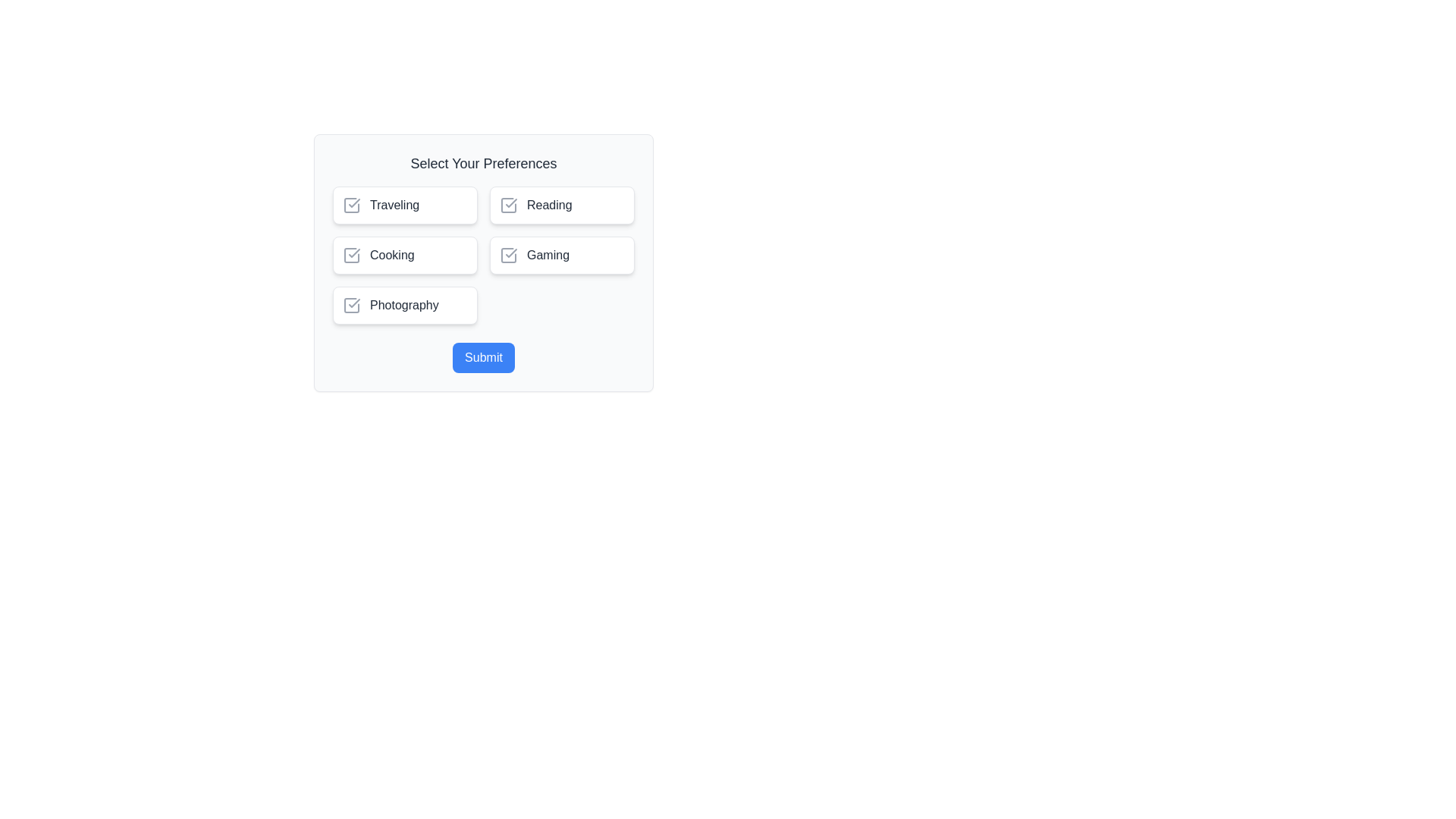  Describe the element at coordinates (561, 254) in the screenshot. I see `the checkbox-based selection button located in the second row, second column of the grid layout to navigate` at that location.